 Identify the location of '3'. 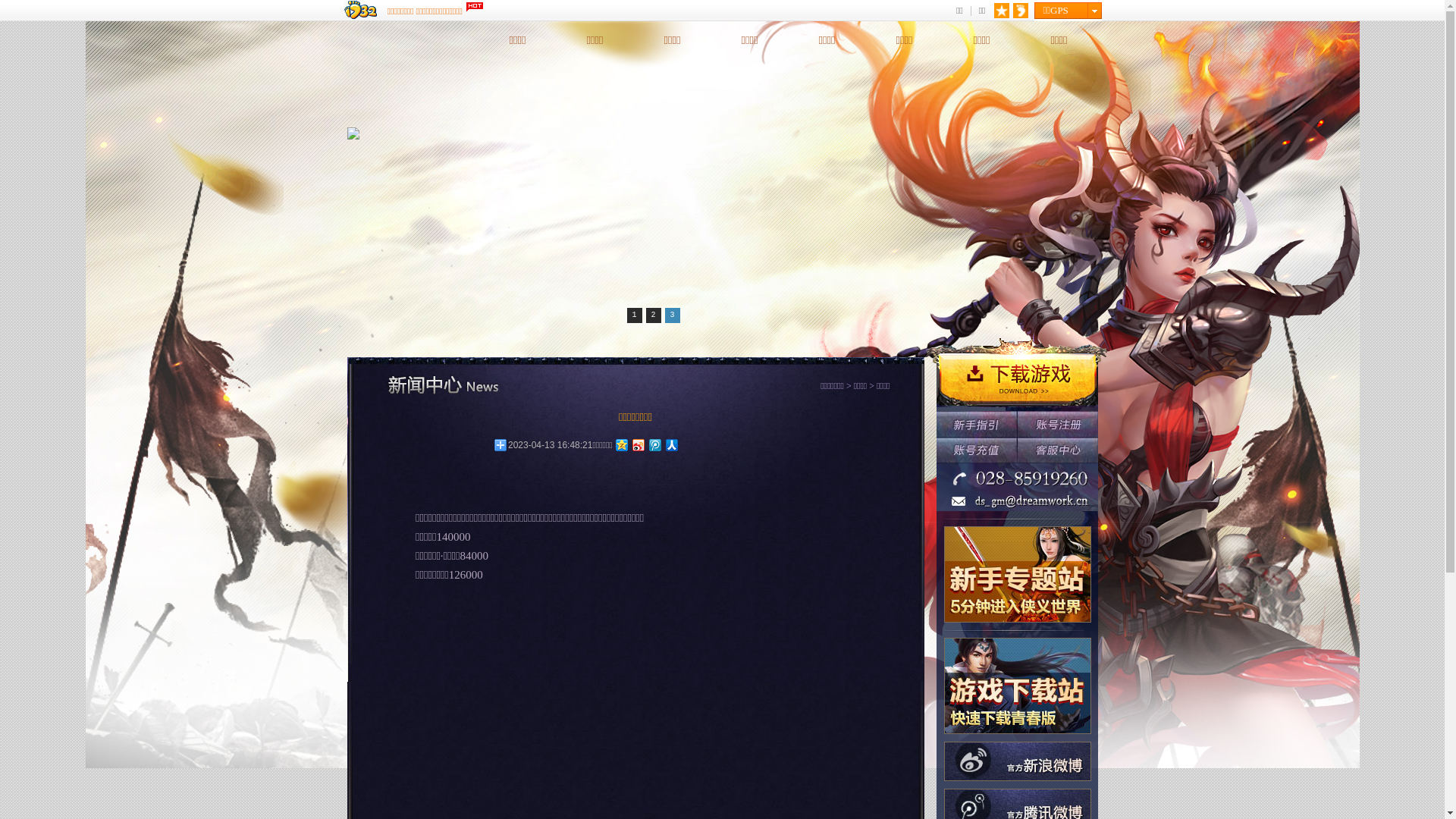
(664, 315).